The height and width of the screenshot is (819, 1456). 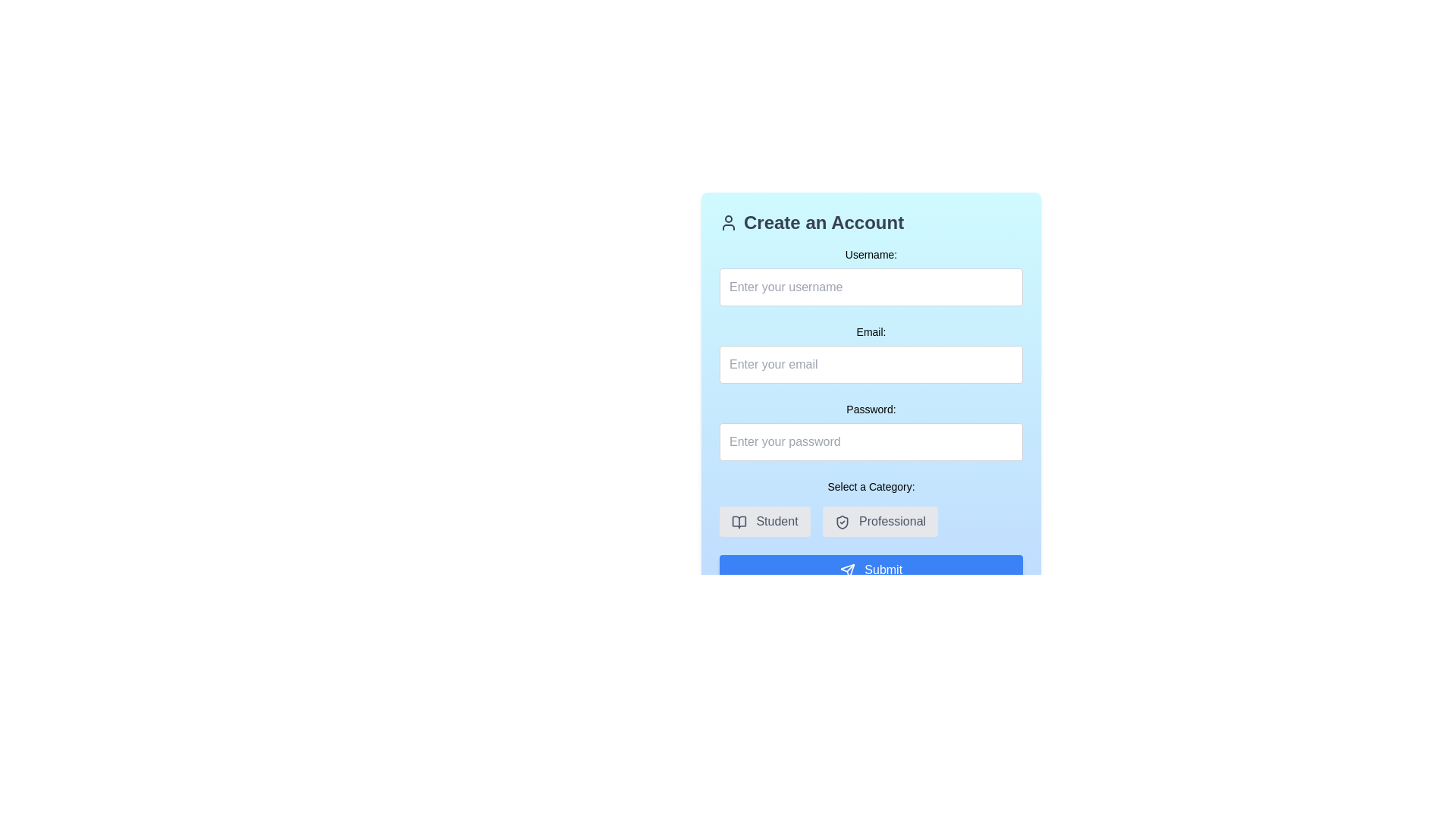 I want to click on the 'Professional' category selection button located to the right of the 'Student' button in the 'Select a Category' segment, so click(x=880, y=520).